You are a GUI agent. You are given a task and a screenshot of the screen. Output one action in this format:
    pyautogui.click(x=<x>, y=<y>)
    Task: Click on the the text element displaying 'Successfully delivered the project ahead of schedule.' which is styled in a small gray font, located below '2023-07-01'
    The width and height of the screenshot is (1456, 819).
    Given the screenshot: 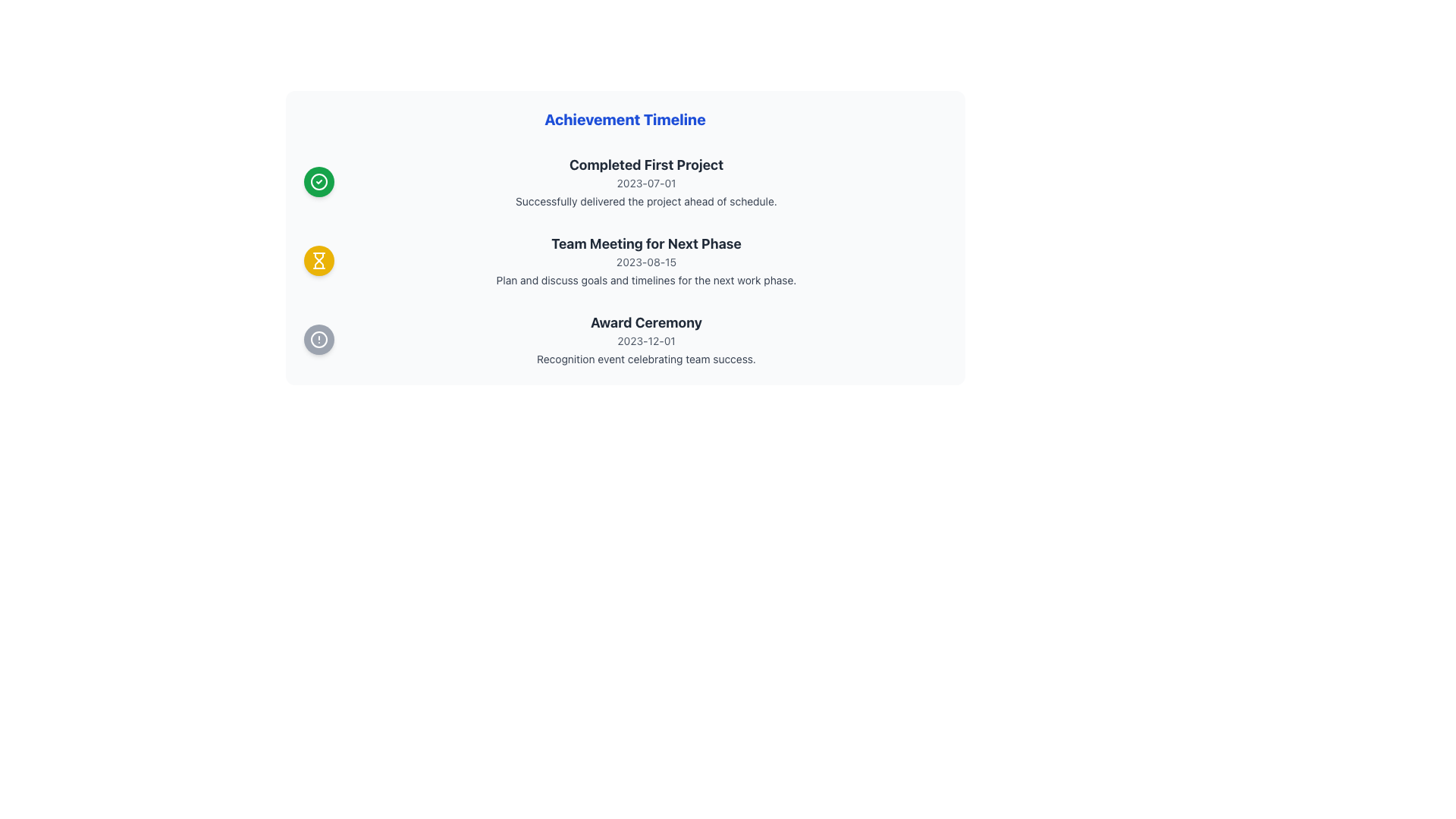 What is the action you would take?
    pyautogui.click(x=646, y=201)
    